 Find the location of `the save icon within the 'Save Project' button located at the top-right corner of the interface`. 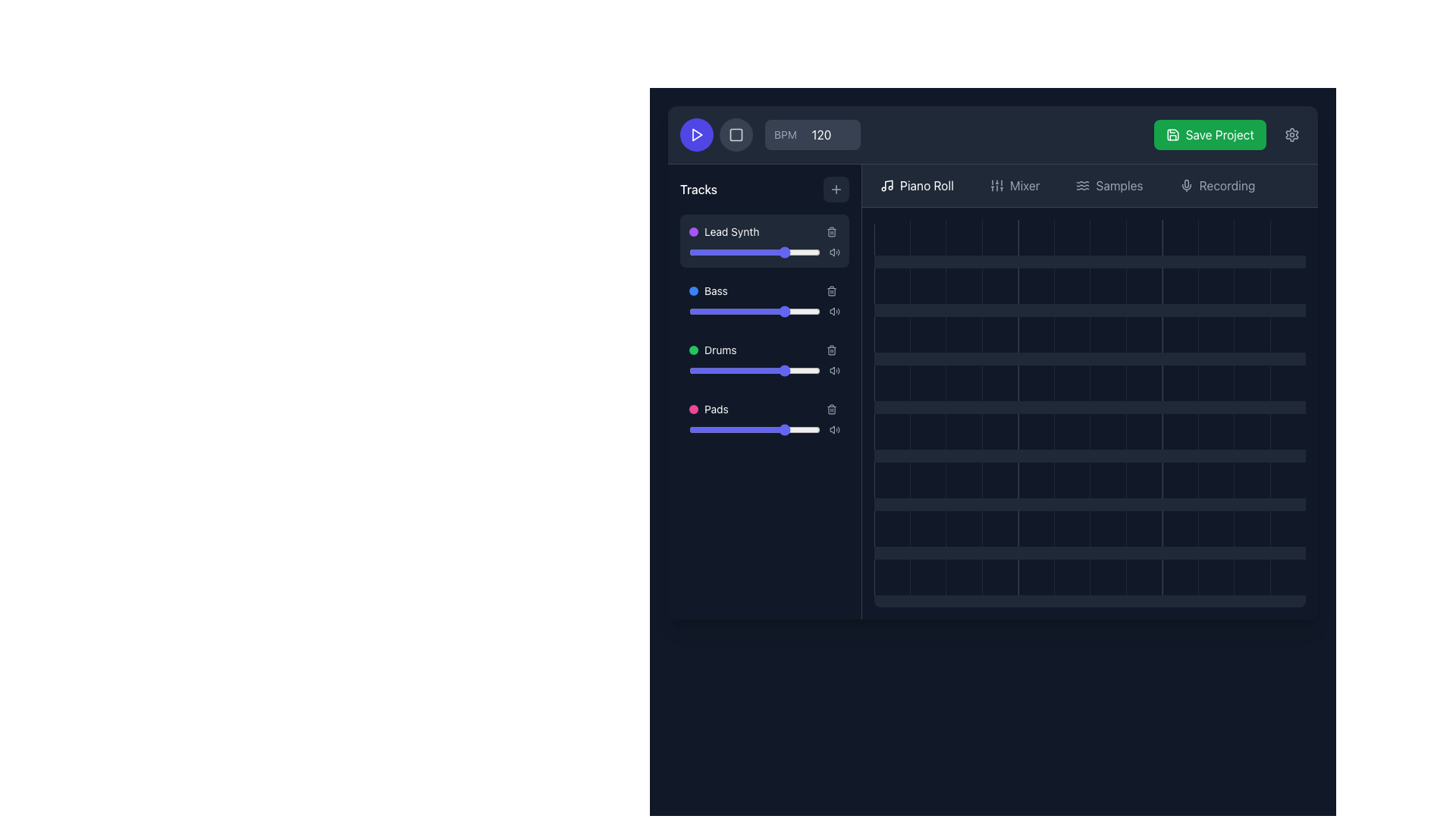

the save icon within the 'Save Project' button located at the top-right corner of the interface is located at coordinates (1172, 133).